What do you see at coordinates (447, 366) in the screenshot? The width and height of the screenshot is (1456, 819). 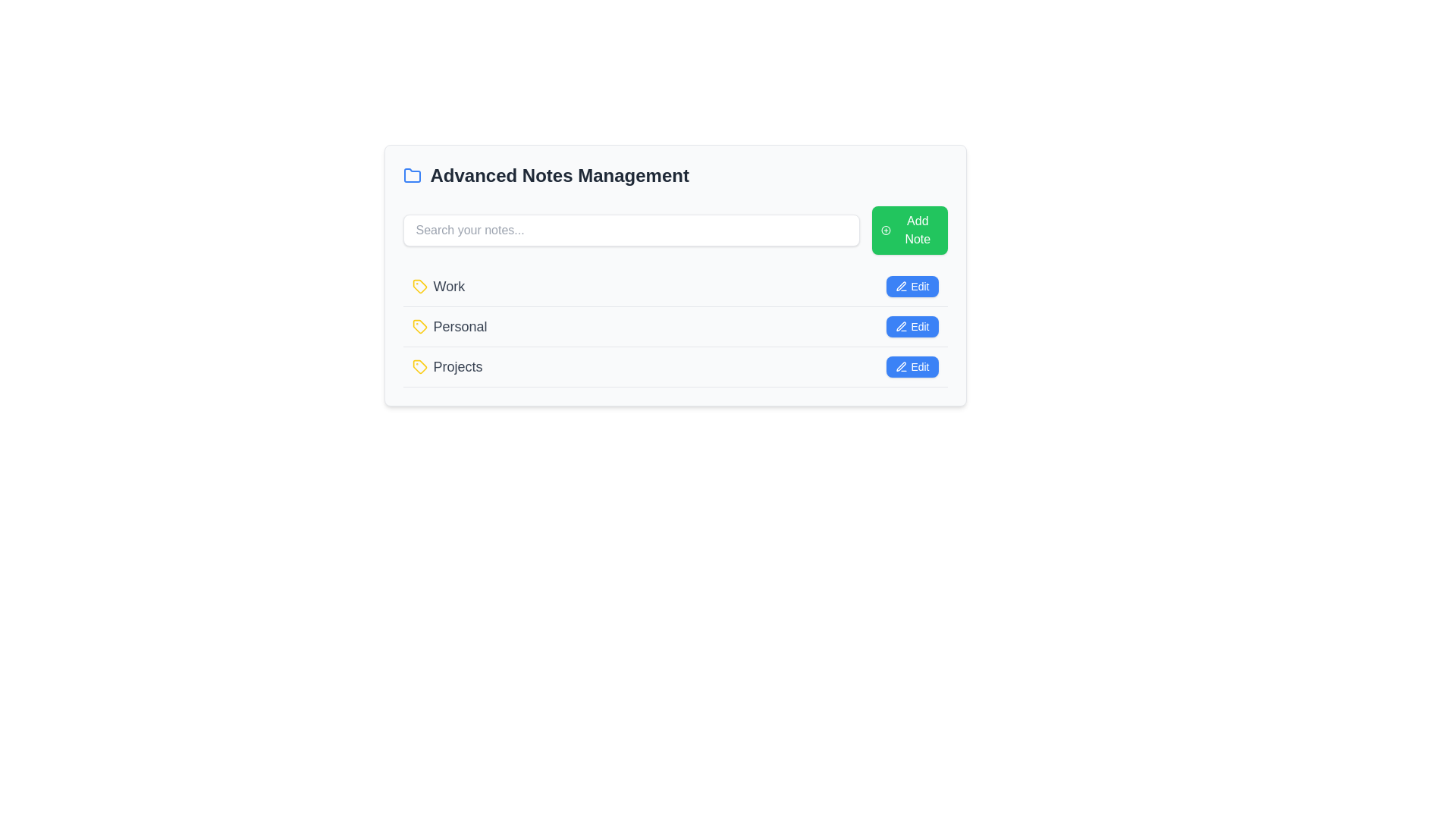 I see `the 'Projects' category header label with an accompanying icon, located in the third row of the 'Projects Edit' list, below the 'Personal' item` at bounding box center [447, 366].